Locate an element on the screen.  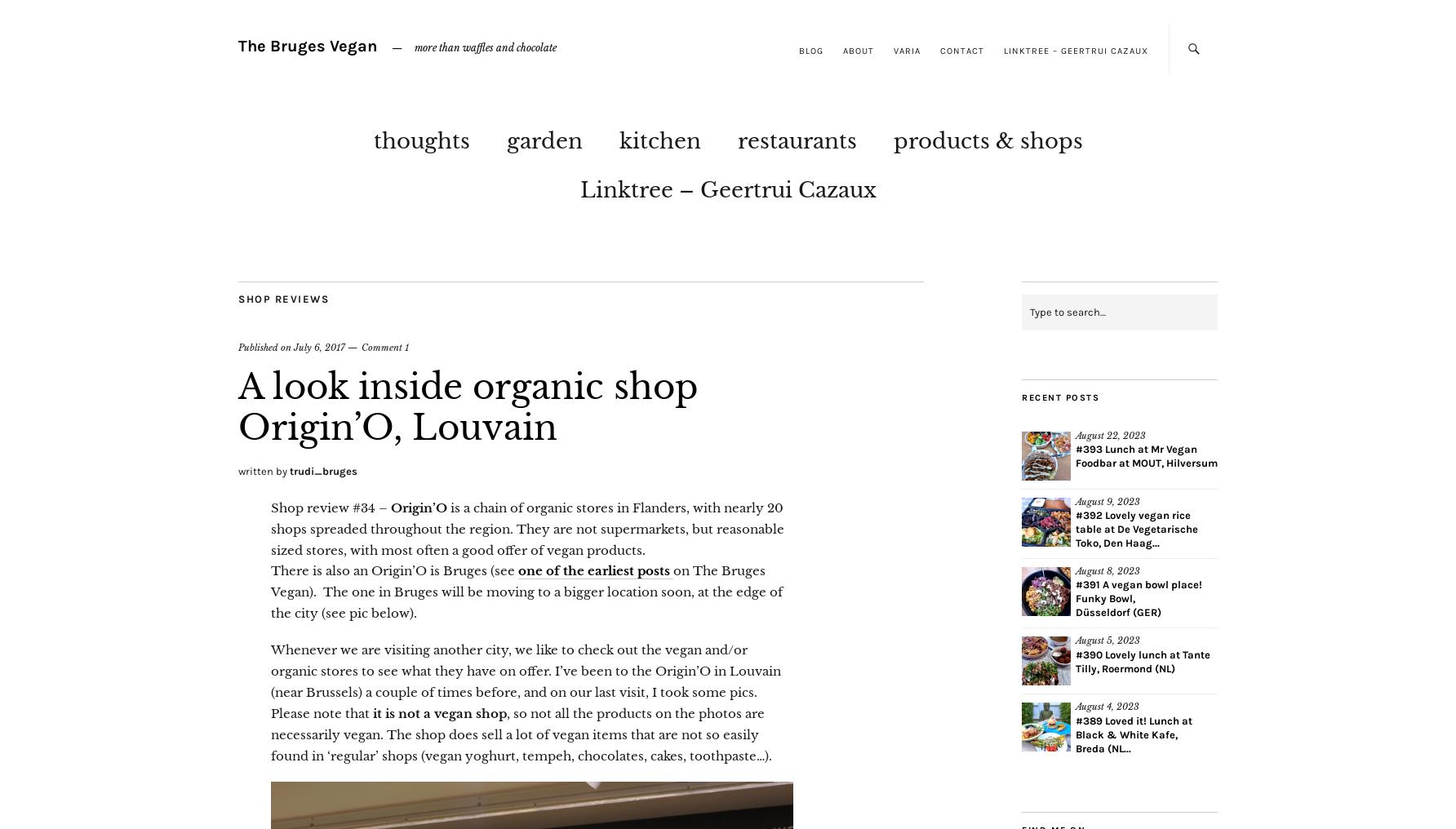
'garden' is located at coordinates (543, 140).